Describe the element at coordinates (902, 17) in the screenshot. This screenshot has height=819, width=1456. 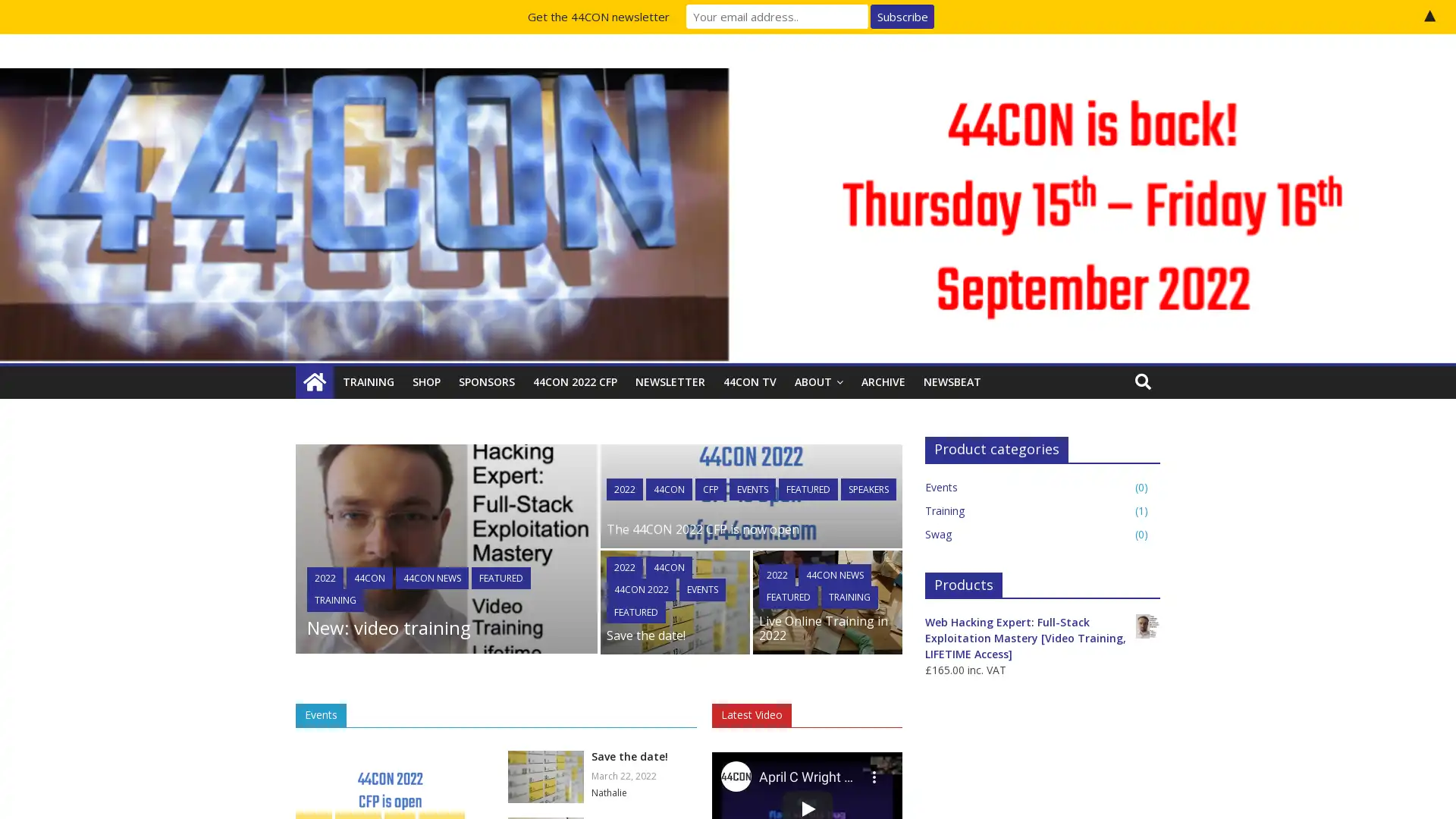
I see `Subscribe` at that location.